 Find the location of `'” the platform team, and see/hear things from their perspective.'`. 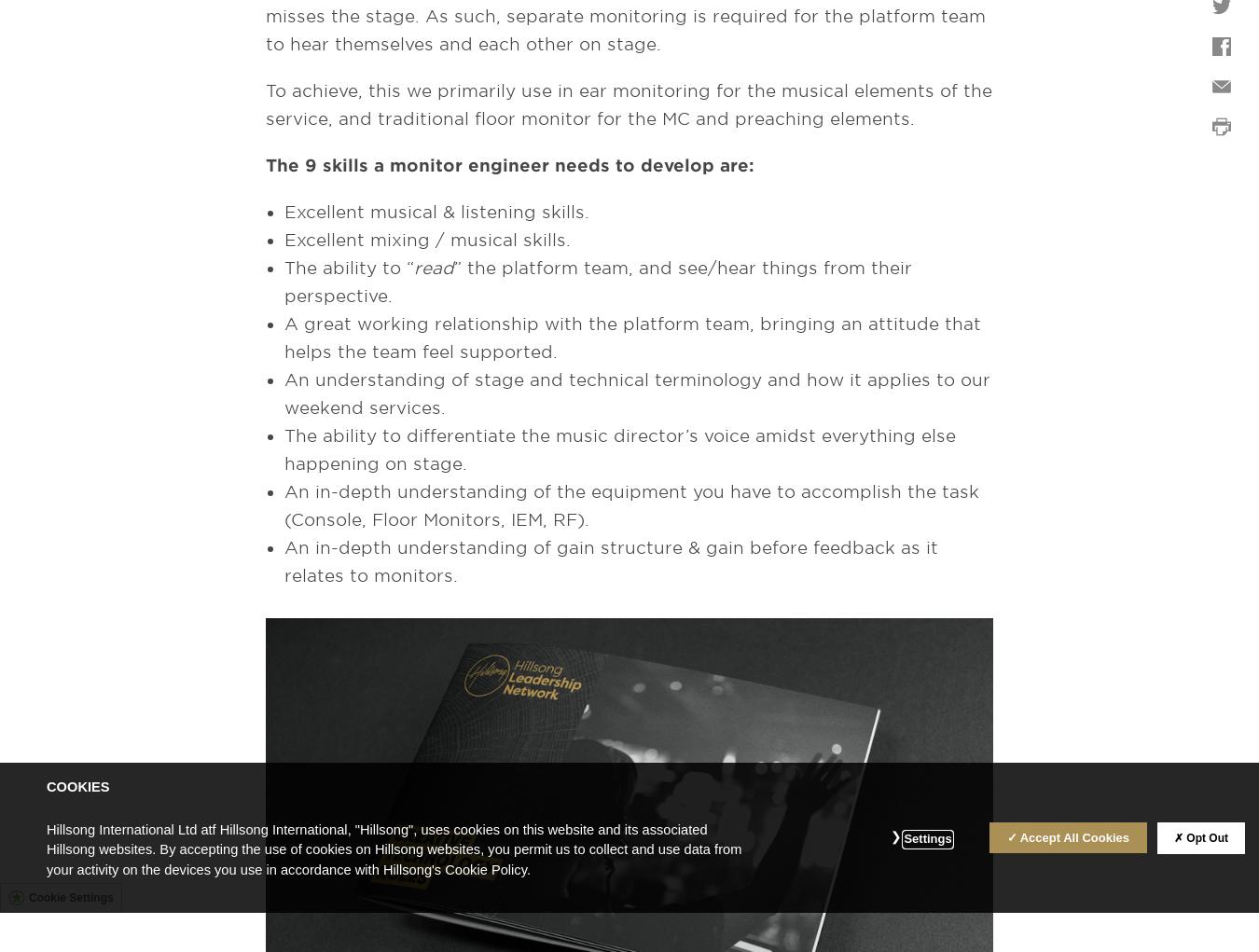

'” the platform team, and see/hear things from their perspective.' is located at coordinates (283, 282).